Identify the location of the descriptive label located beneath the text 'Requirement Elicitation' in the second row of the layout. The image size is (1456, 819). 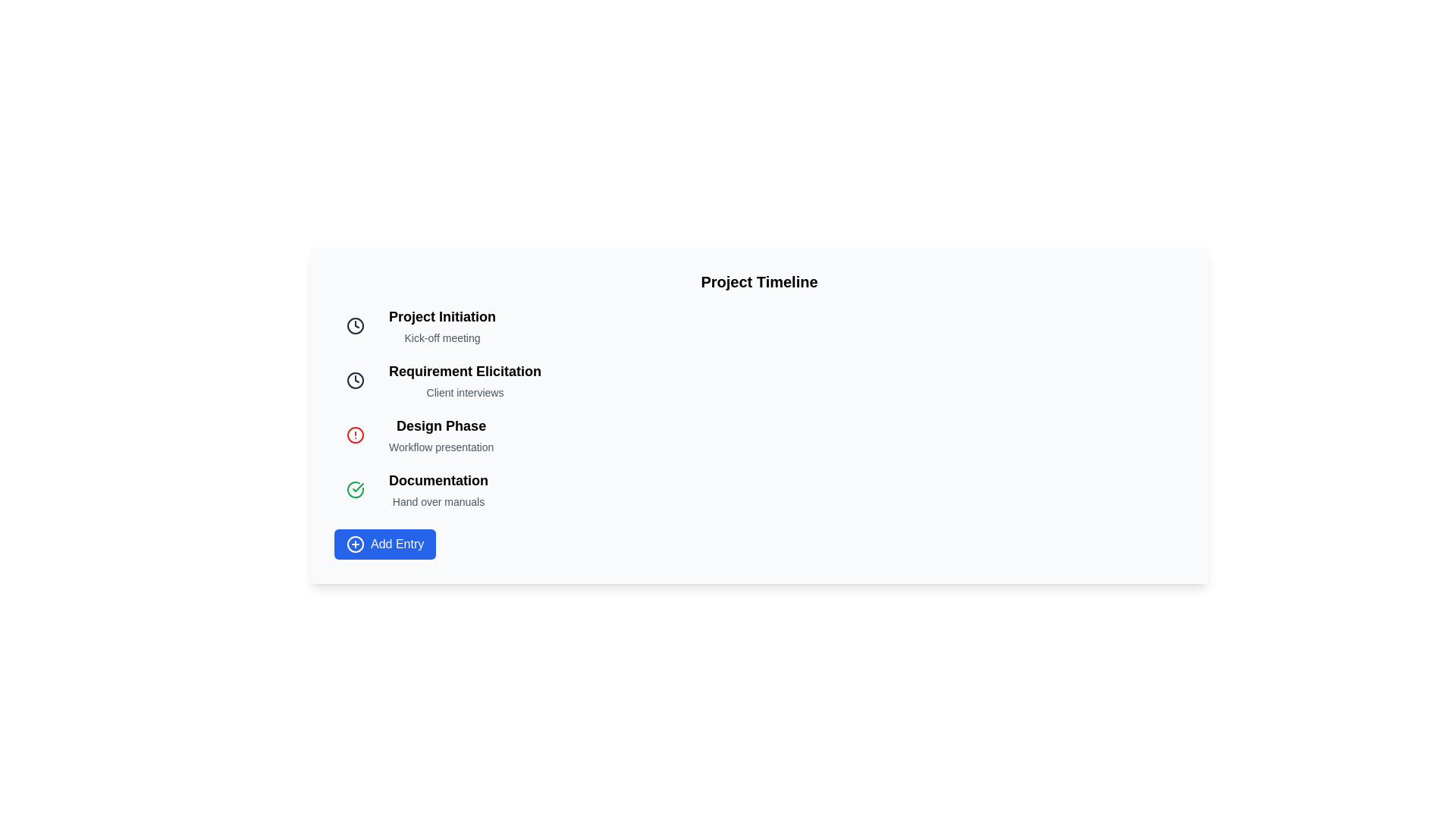
(464, 391).